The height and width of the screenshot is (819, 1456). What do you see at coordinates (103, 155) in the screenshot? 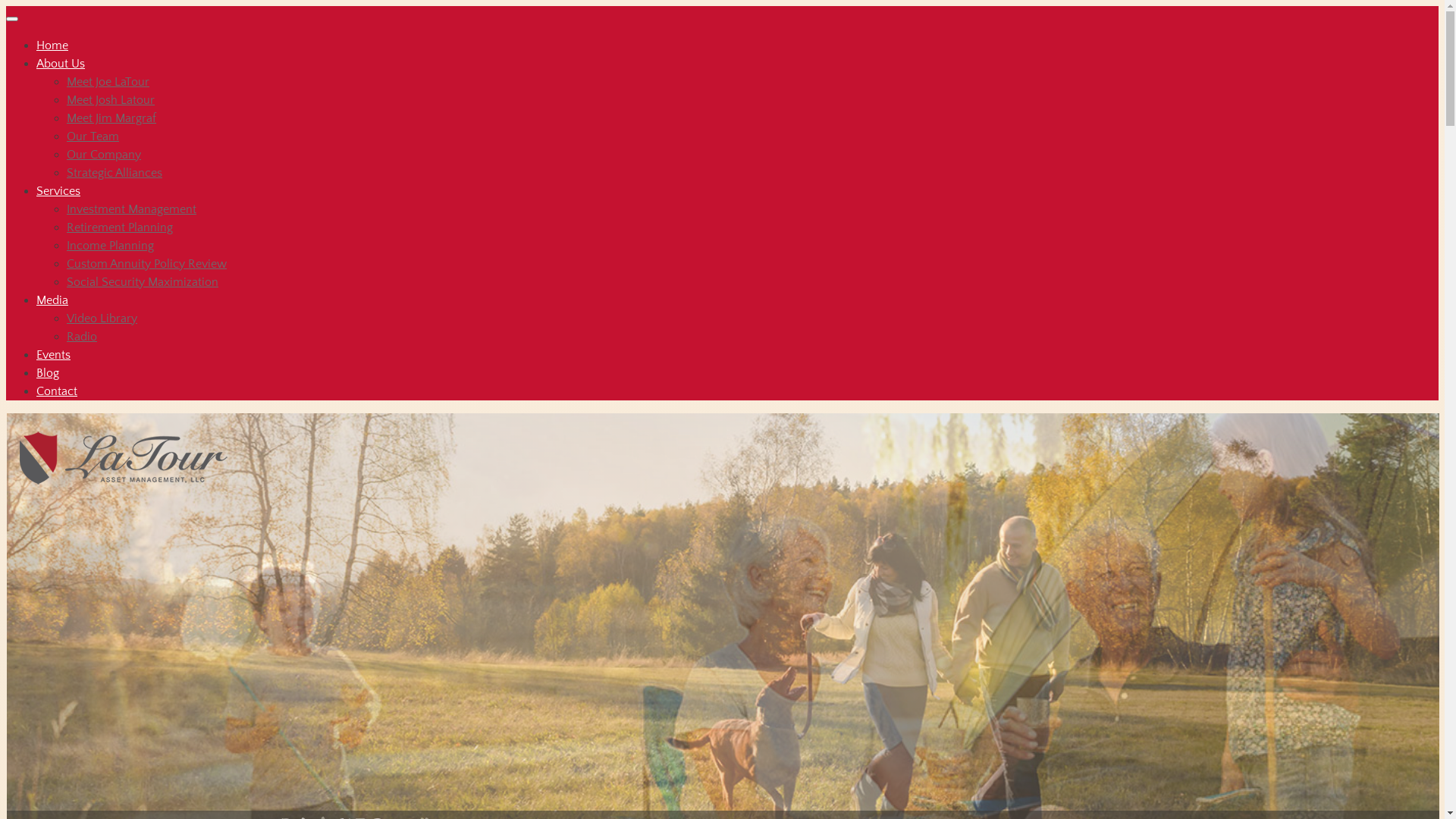
I see `'Our Company'` at bounding box center [103, 155].